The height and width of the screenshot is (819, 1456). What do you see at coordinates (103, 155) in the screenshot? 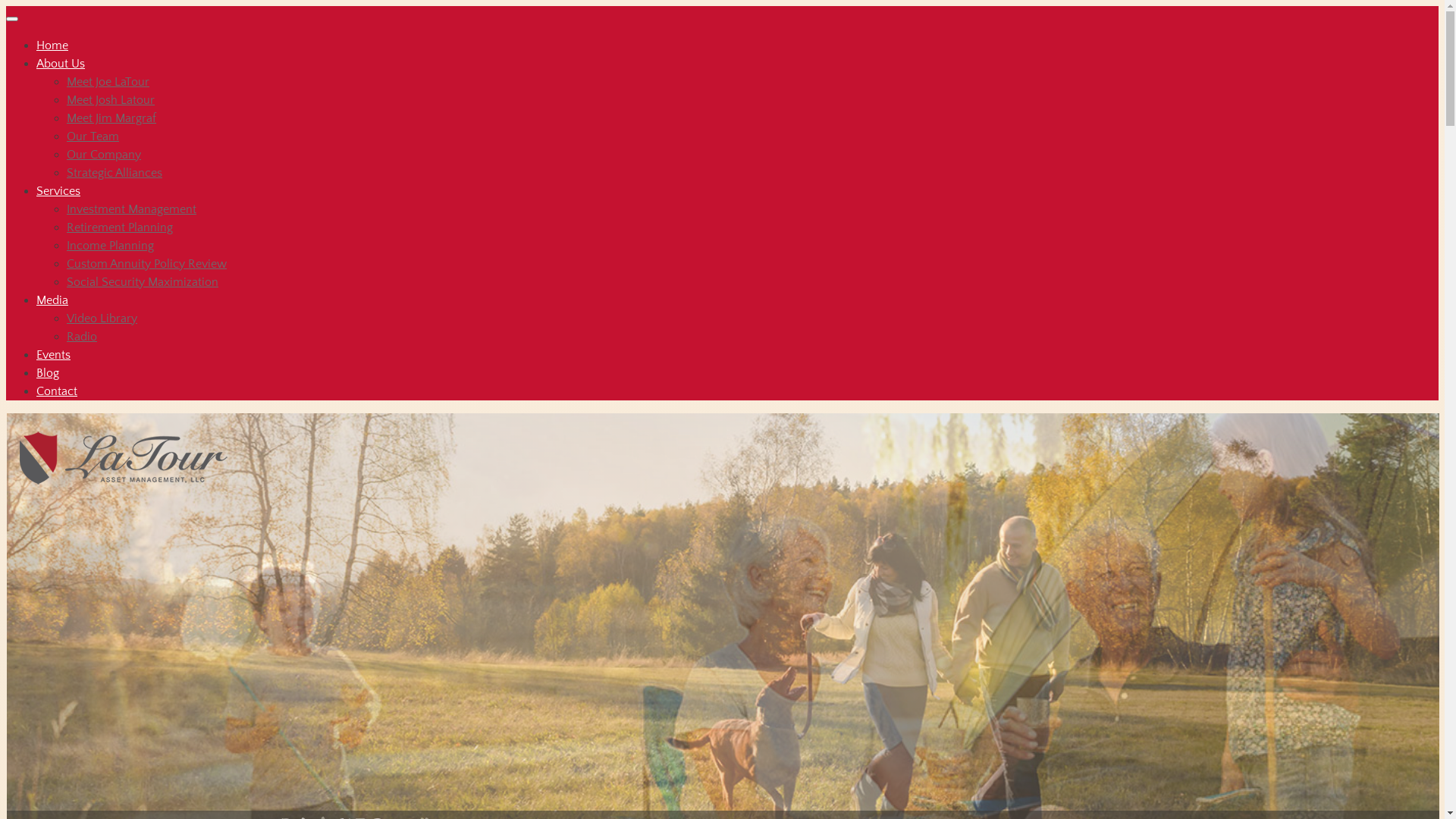
I see `'Our Company'` at bounding box center [103, 155].